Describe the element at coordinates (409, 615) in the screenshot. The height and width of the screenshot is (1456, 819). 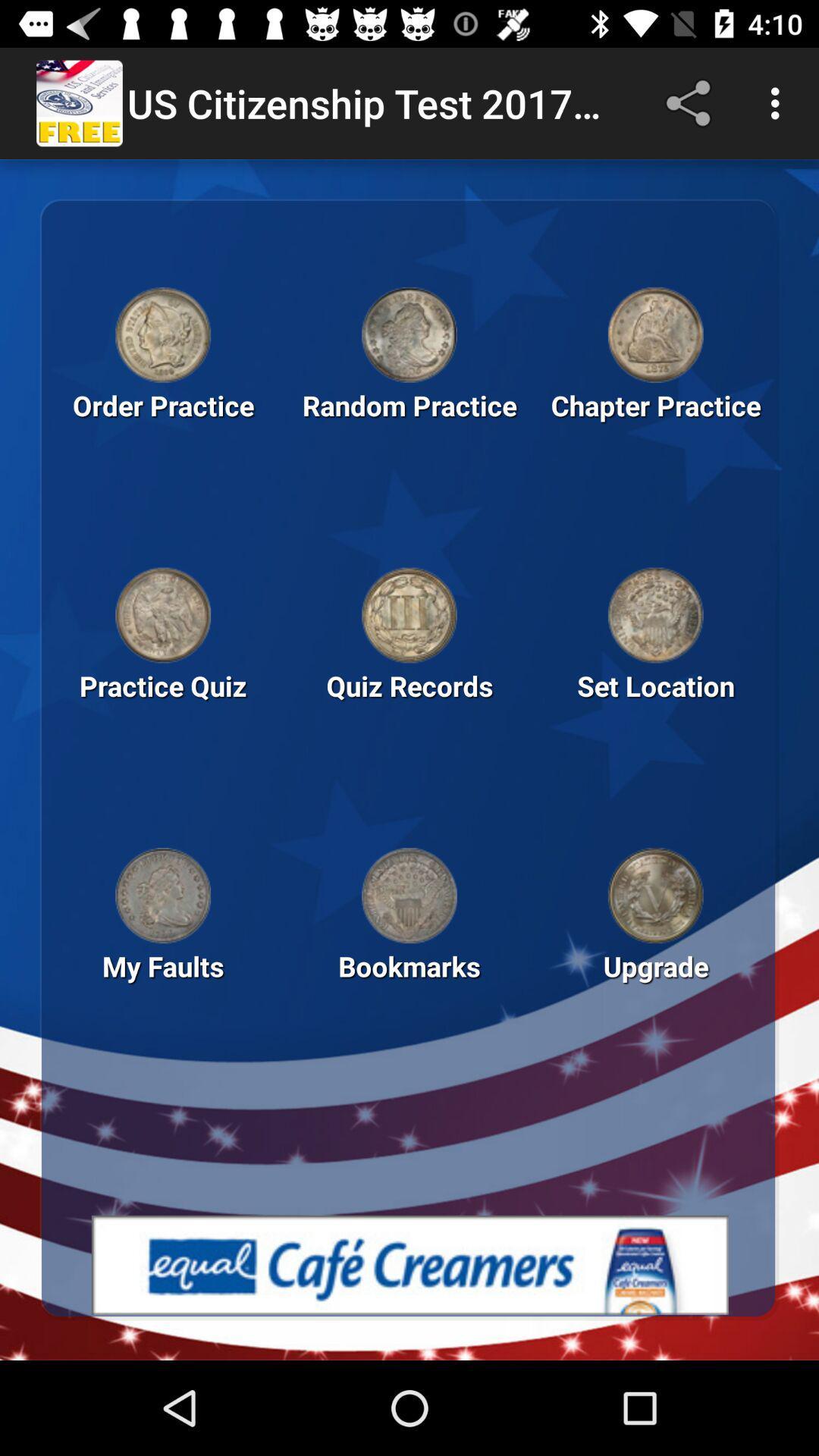
I see `access quiz records` at that location.